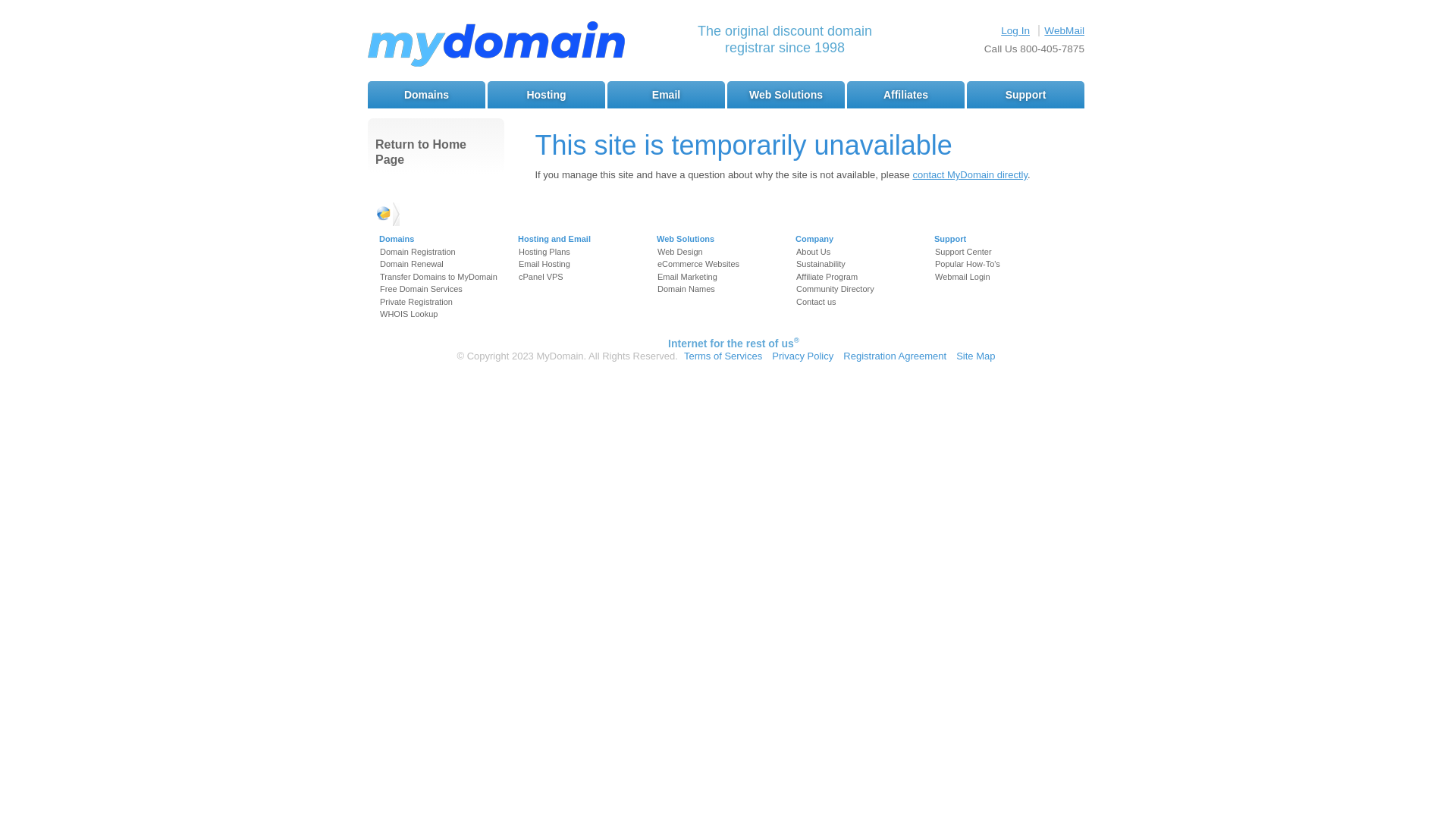 The image size is (1456, 819). What do you see at coordinates (698, 262) in the screenshot?
I see `'eCommerce Websites'` at bounding box center [698, 262].